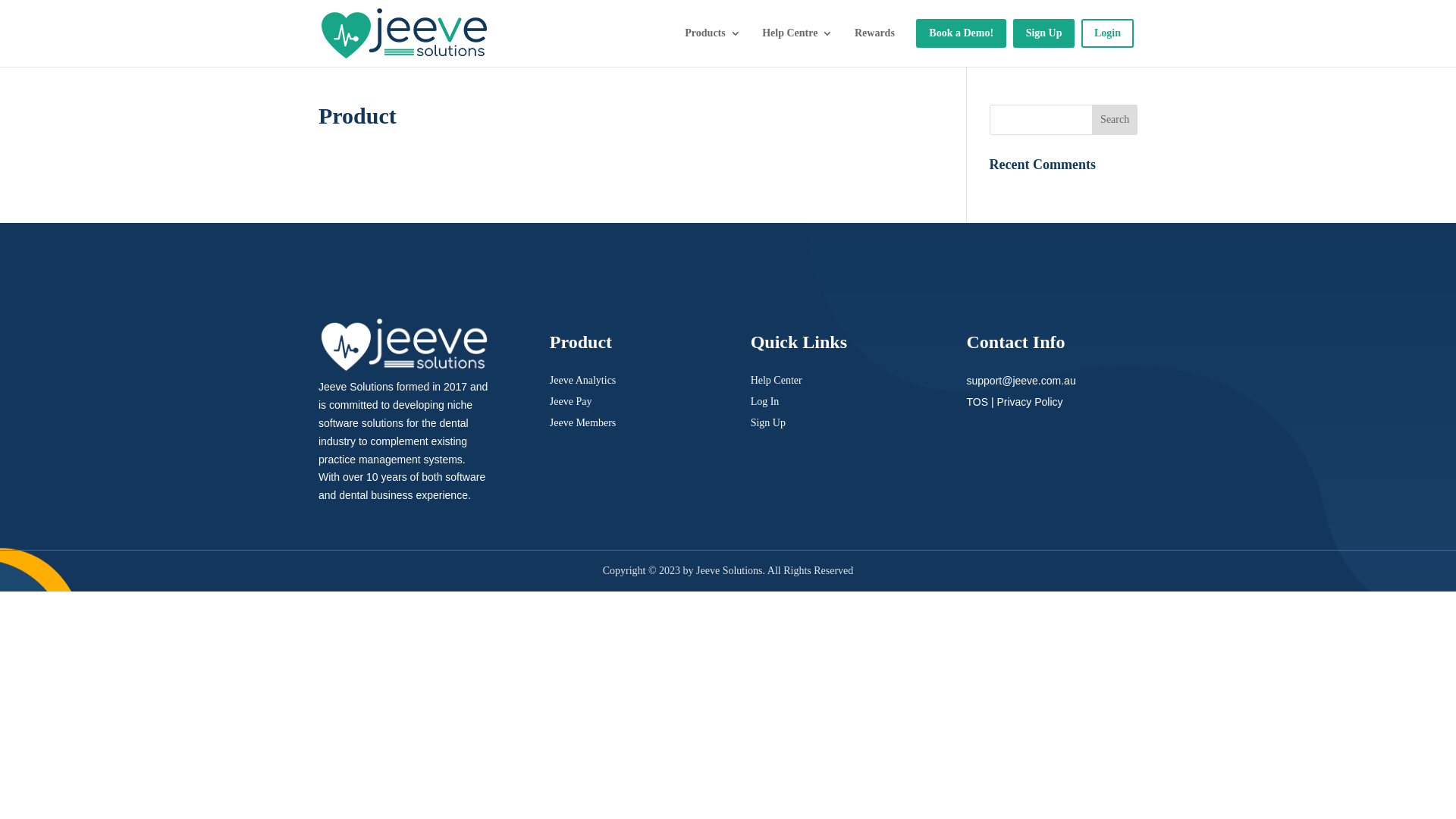 This screenshot has height=819, width=1456. Describe the element at coordinates (750, 33) in the screenshot. I see `'Help Centre'` at that location.